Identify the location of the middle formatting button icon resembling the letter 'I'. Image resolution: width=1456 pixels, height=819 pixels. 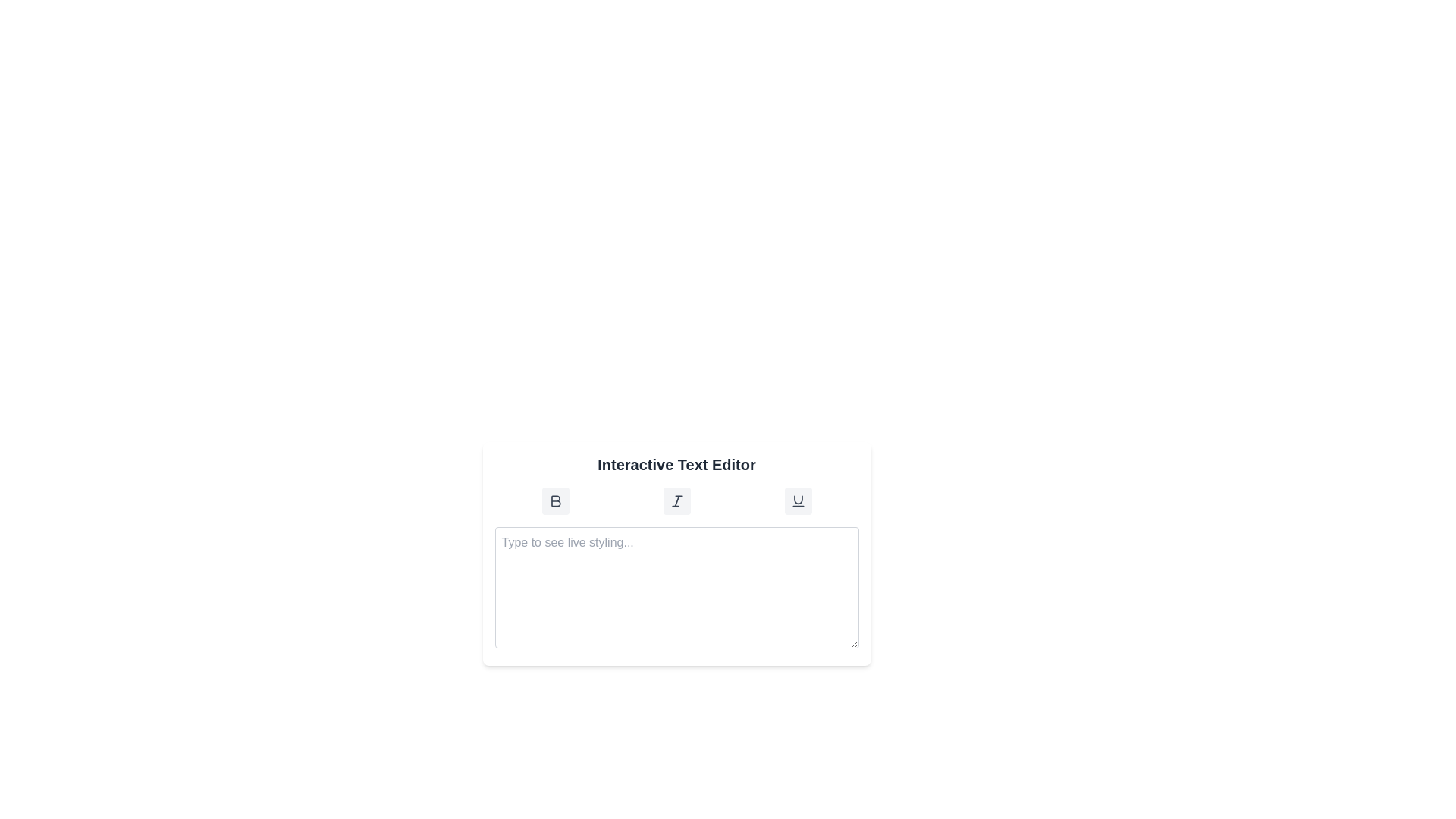
(676, 500).